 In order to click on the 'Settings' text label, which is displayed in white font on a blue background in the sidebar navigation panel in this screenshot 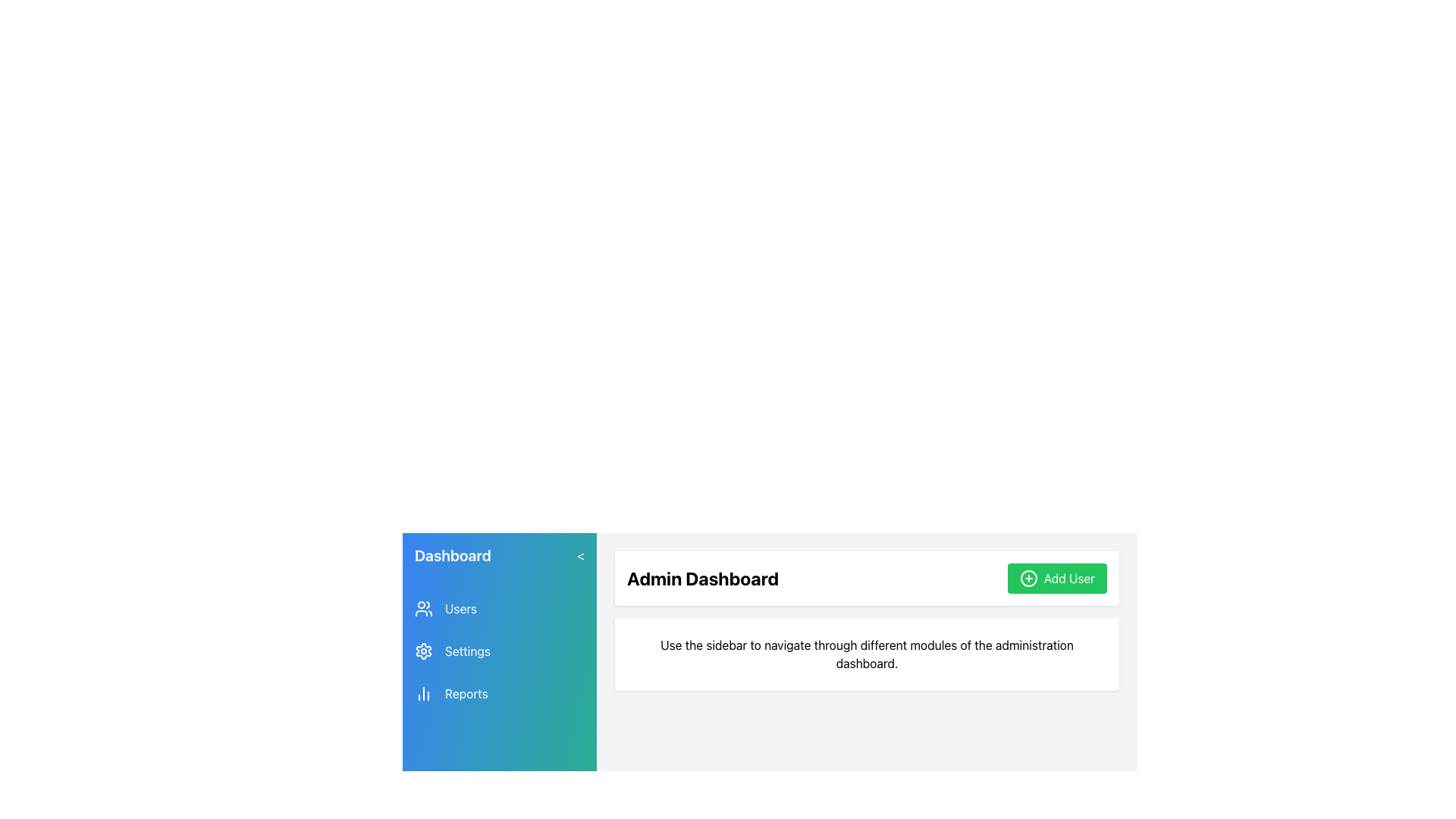, I will do `click(466, 651)`.